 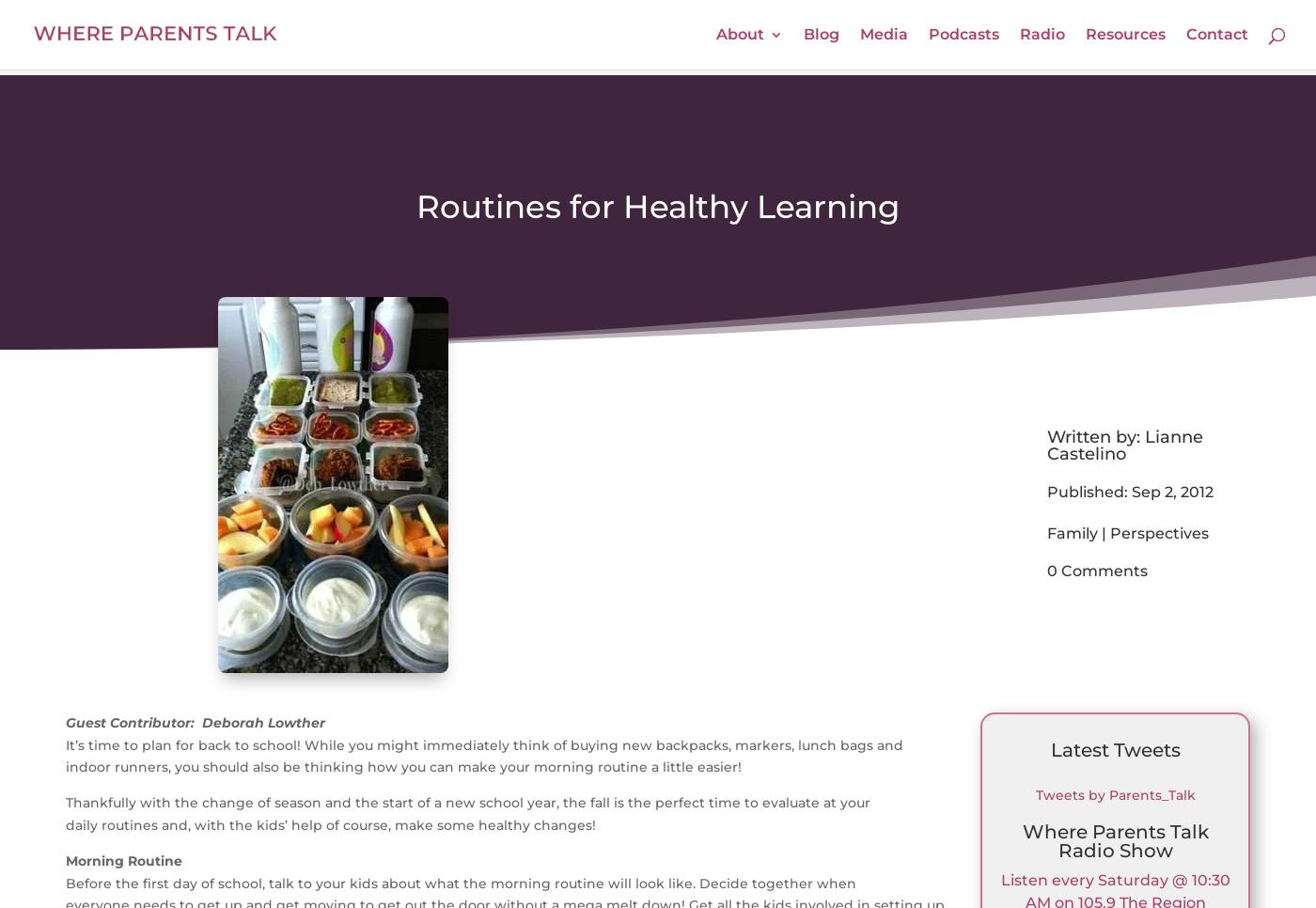 What do you see at coordinates (754, 285) in the screenshot?
I see `'Productions'` at bounding box center [754, 285].